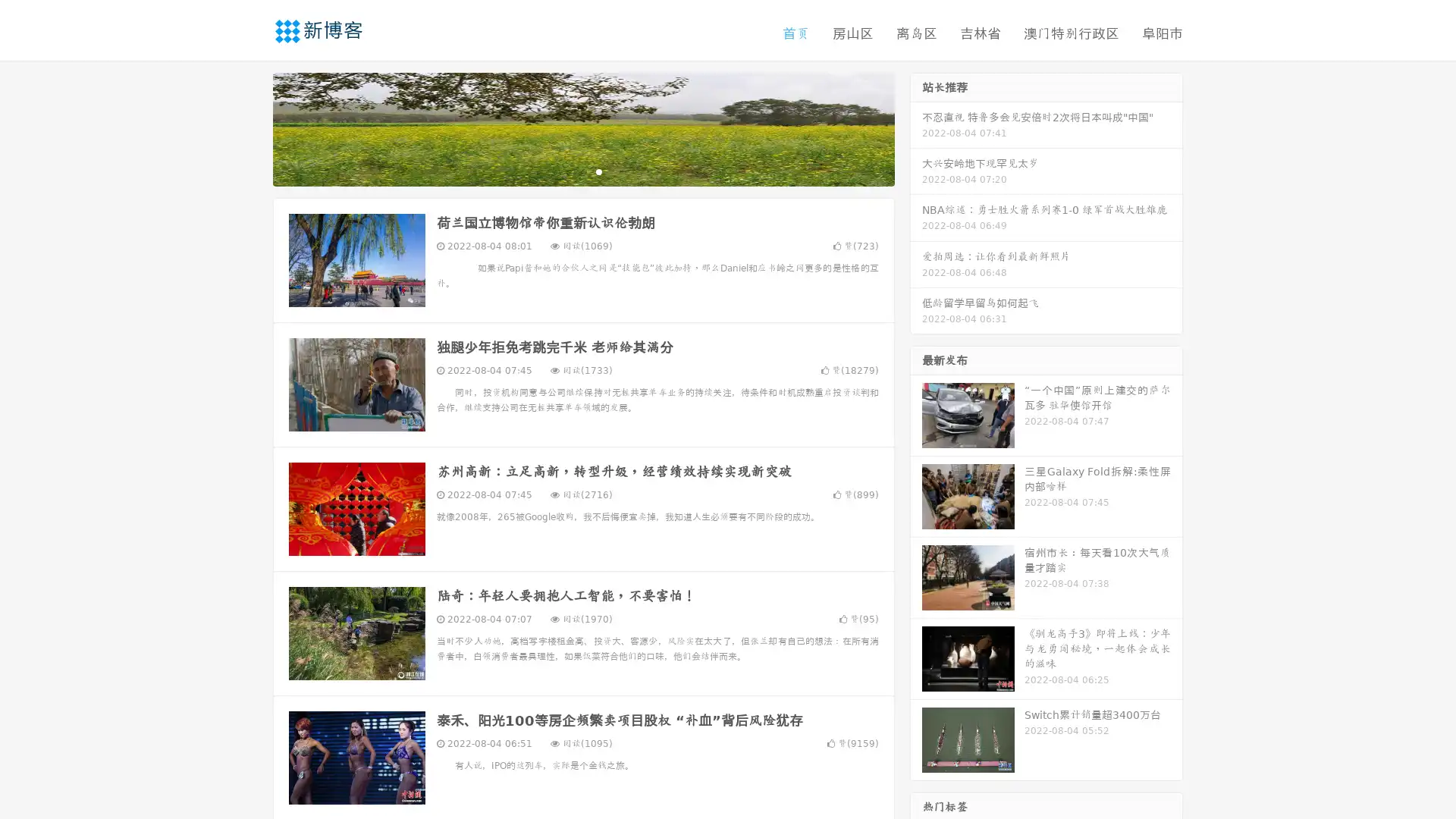 This screenshot has width=1456, height=819. I want to click on Go to slide 1, so click(567, 171).